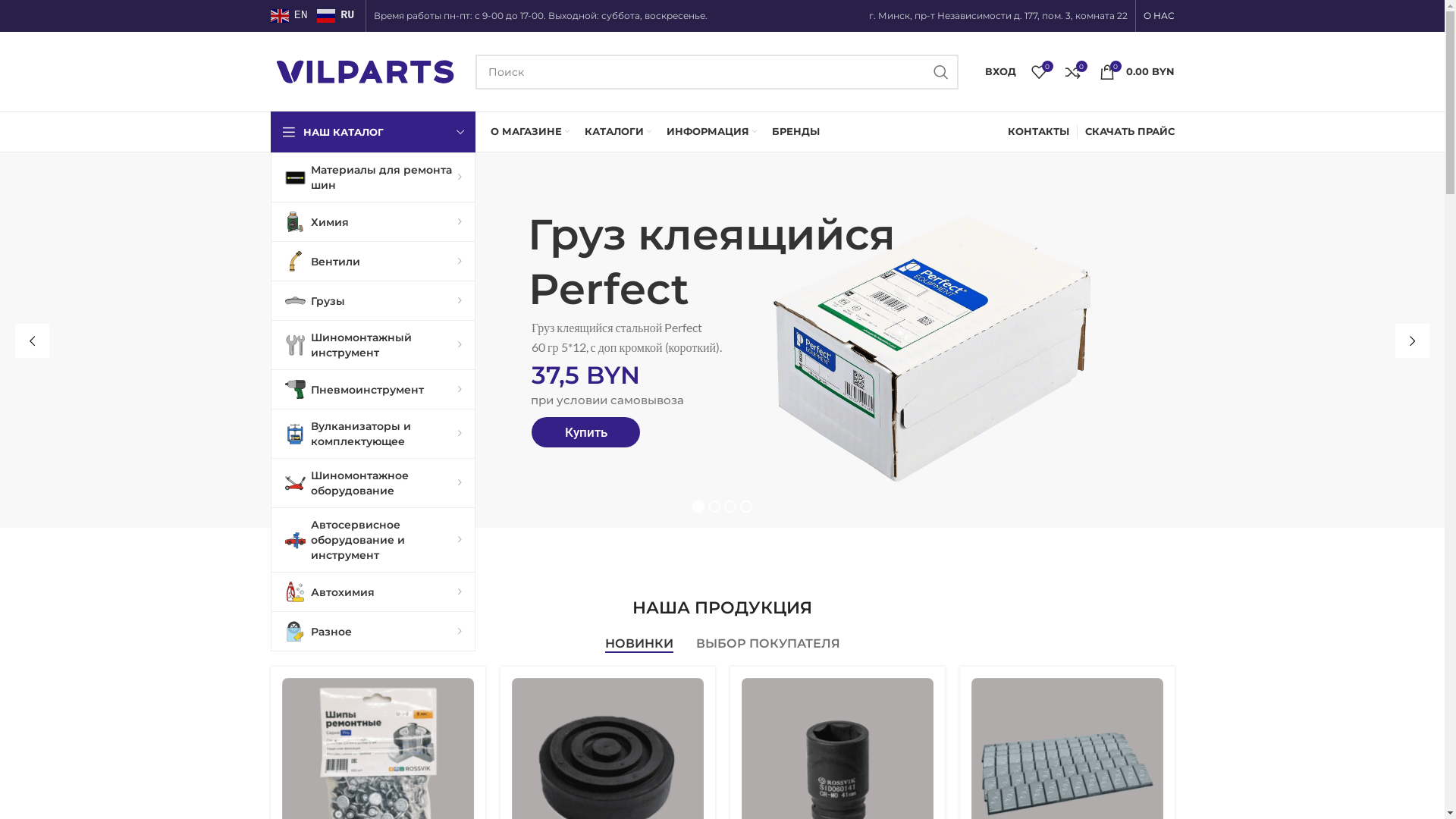  What do you see at coordinates (1037, 71) in the screenshot?
I see `'0'` at bounding box center [1037, 71].